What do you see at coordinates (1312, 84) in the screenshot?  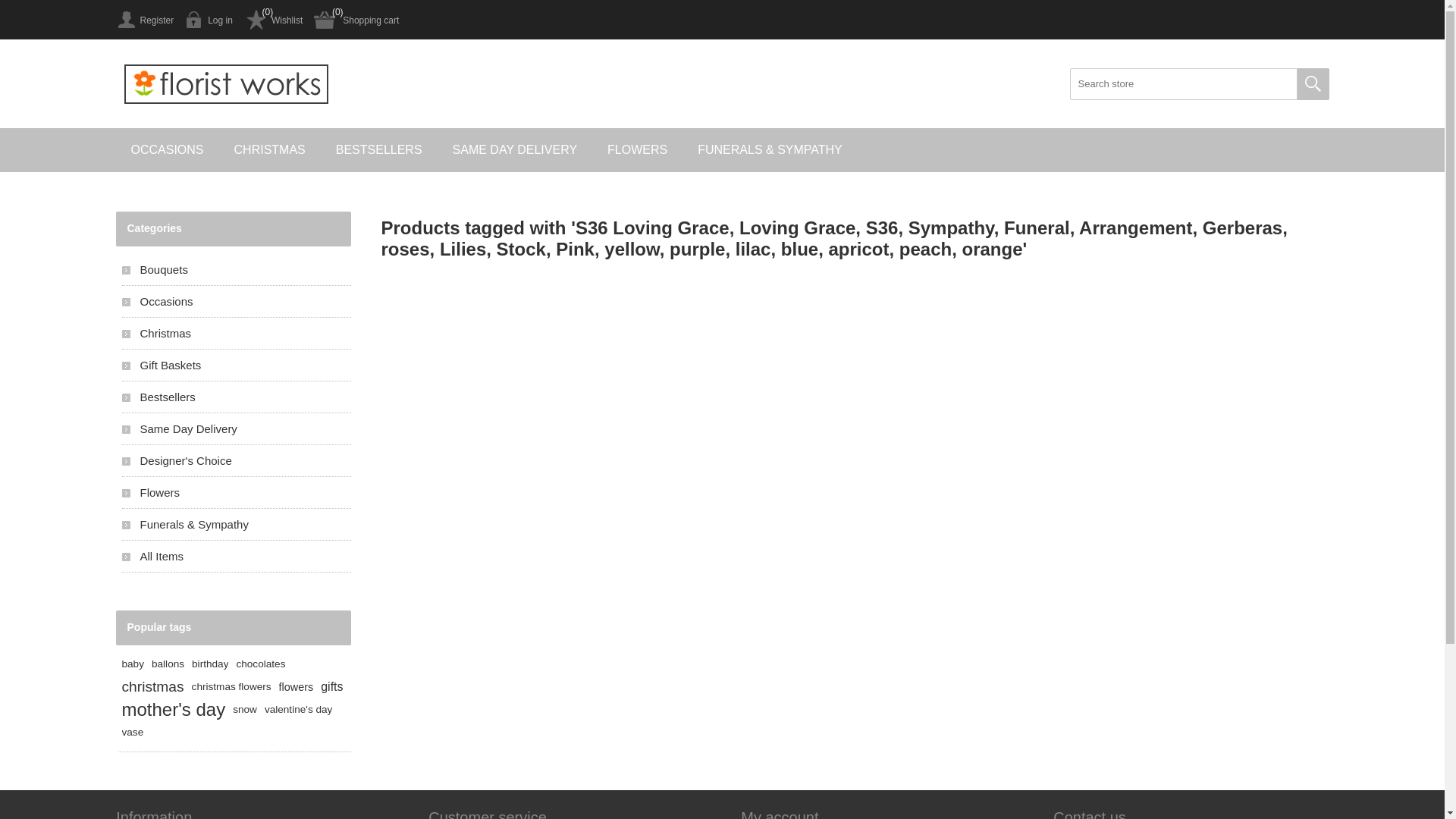 I see `'Search'` at bounding box center [1312, 84].